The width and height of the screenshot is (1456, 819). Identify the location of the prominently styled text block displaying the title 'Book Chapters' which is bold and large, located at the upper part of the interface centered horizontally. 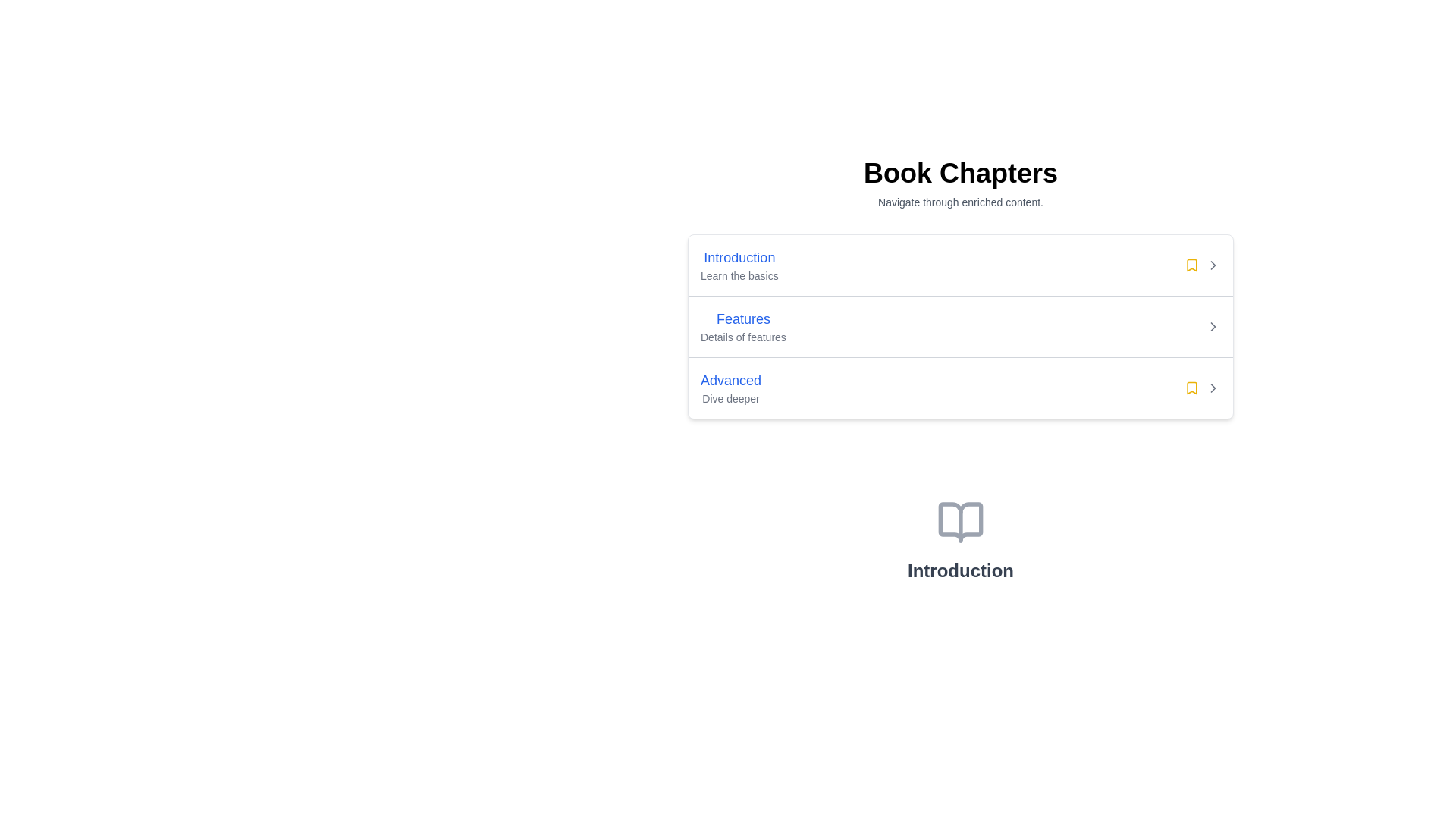
(960, 172).